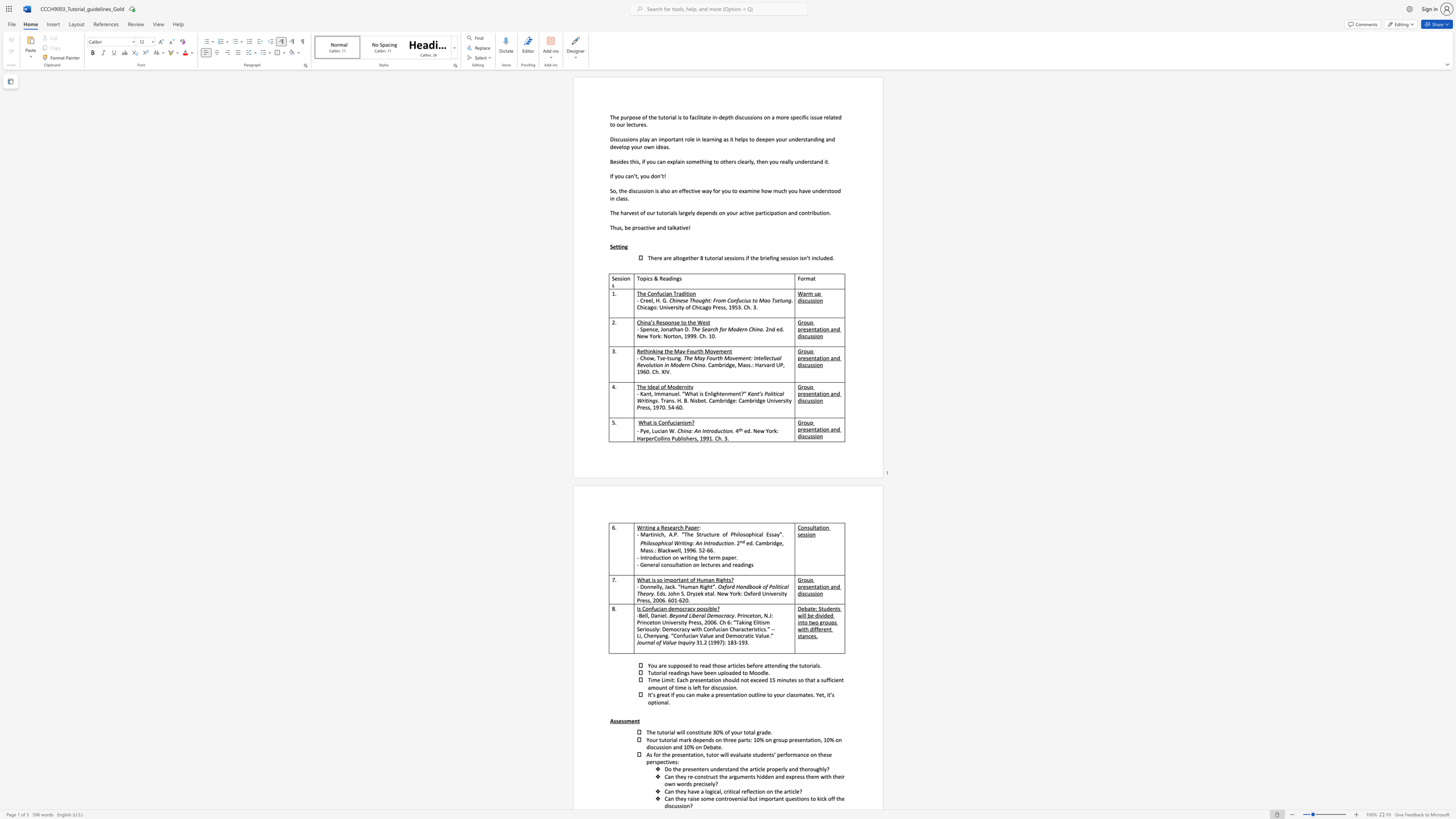 The height and width of the screenshot is (819, 1456). Describe the element at coordinates (702, 322) in the screenshot. I see `the subset text "est" within the text "China’s Response to the West"` at that location.